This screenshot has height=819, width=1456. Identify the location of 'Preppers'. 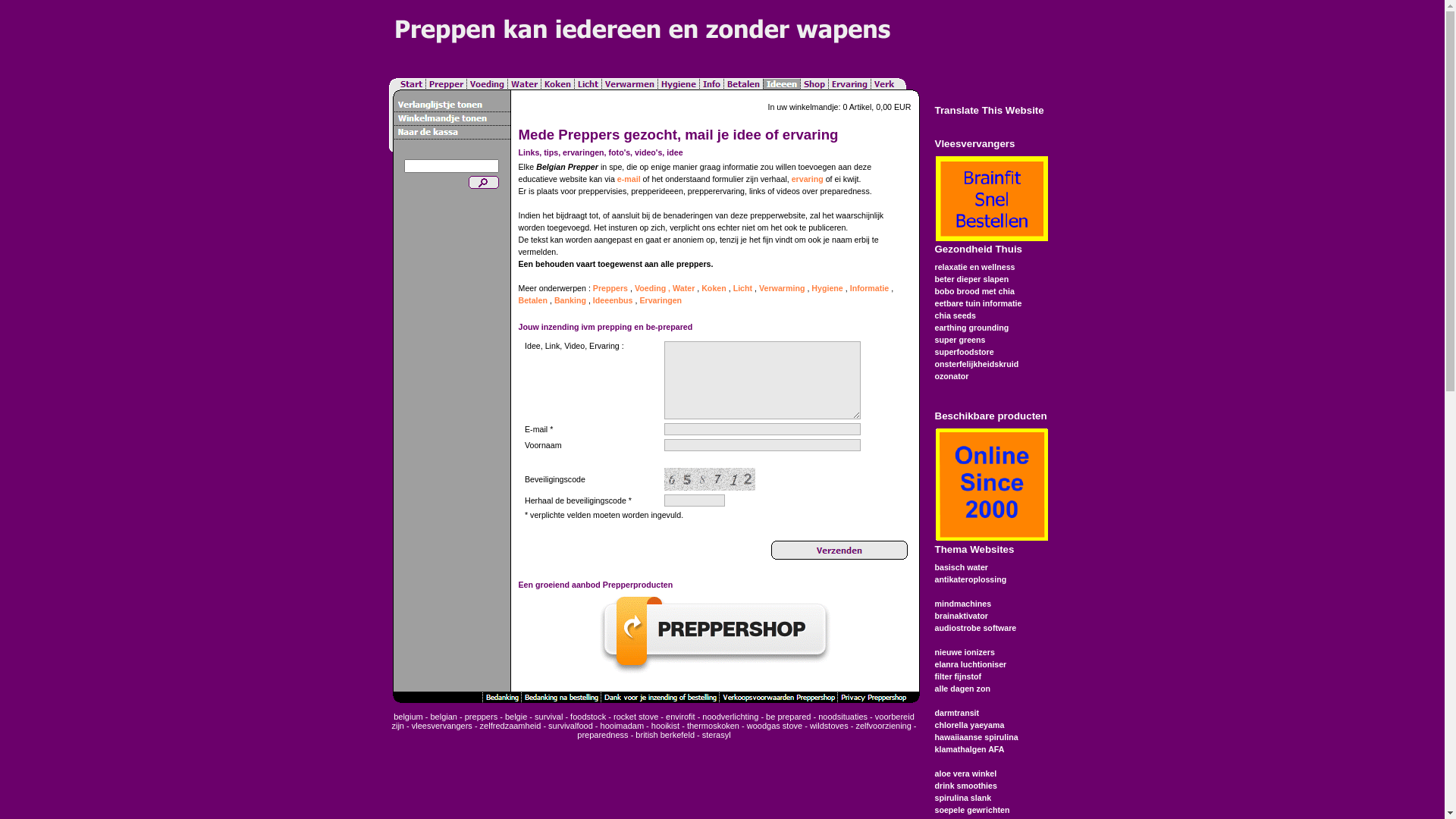
(610, 288).